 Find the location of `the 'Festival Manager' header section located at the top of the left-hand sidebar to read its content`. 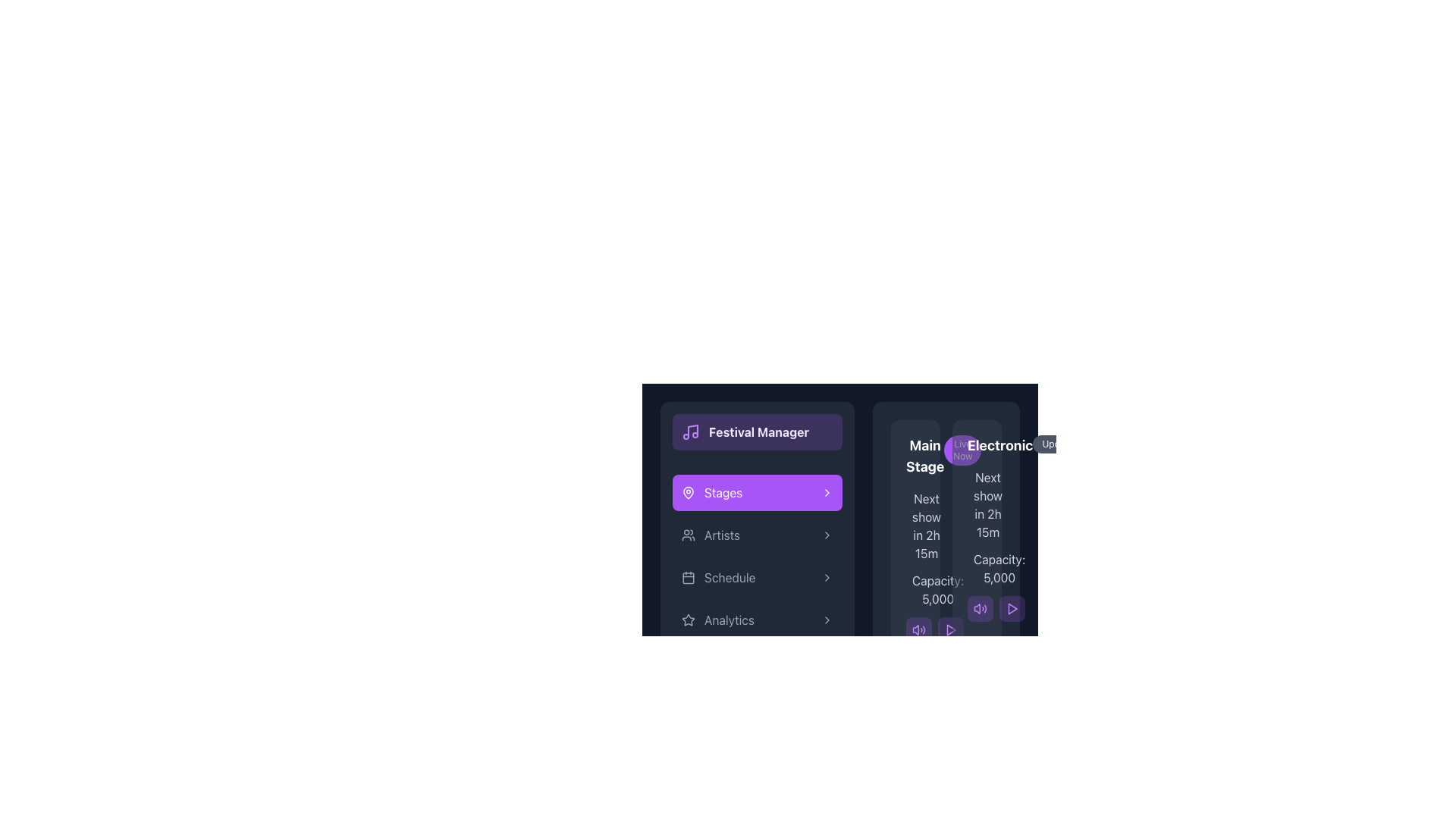

the 'Festival Manager' header section located at the top of the left-hand sidebar to read its content is located at coordinates (757, 432).